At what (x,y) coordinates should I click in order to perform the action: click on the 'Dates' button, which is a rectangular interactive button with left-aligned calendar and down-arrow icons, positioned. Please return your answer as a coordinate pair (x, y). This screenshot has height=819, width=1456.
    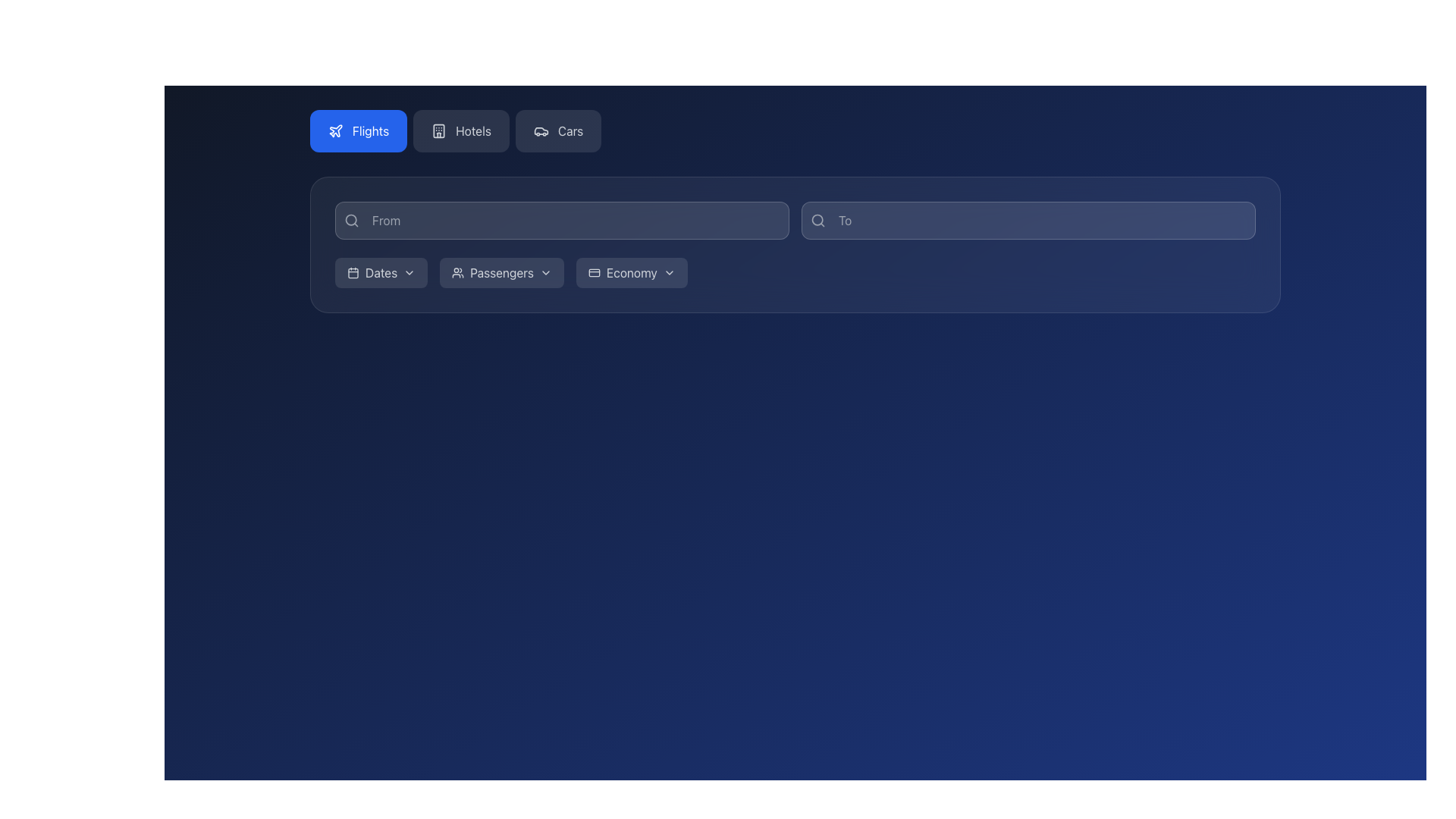
    Looking at the image, I should click on (381, 271).